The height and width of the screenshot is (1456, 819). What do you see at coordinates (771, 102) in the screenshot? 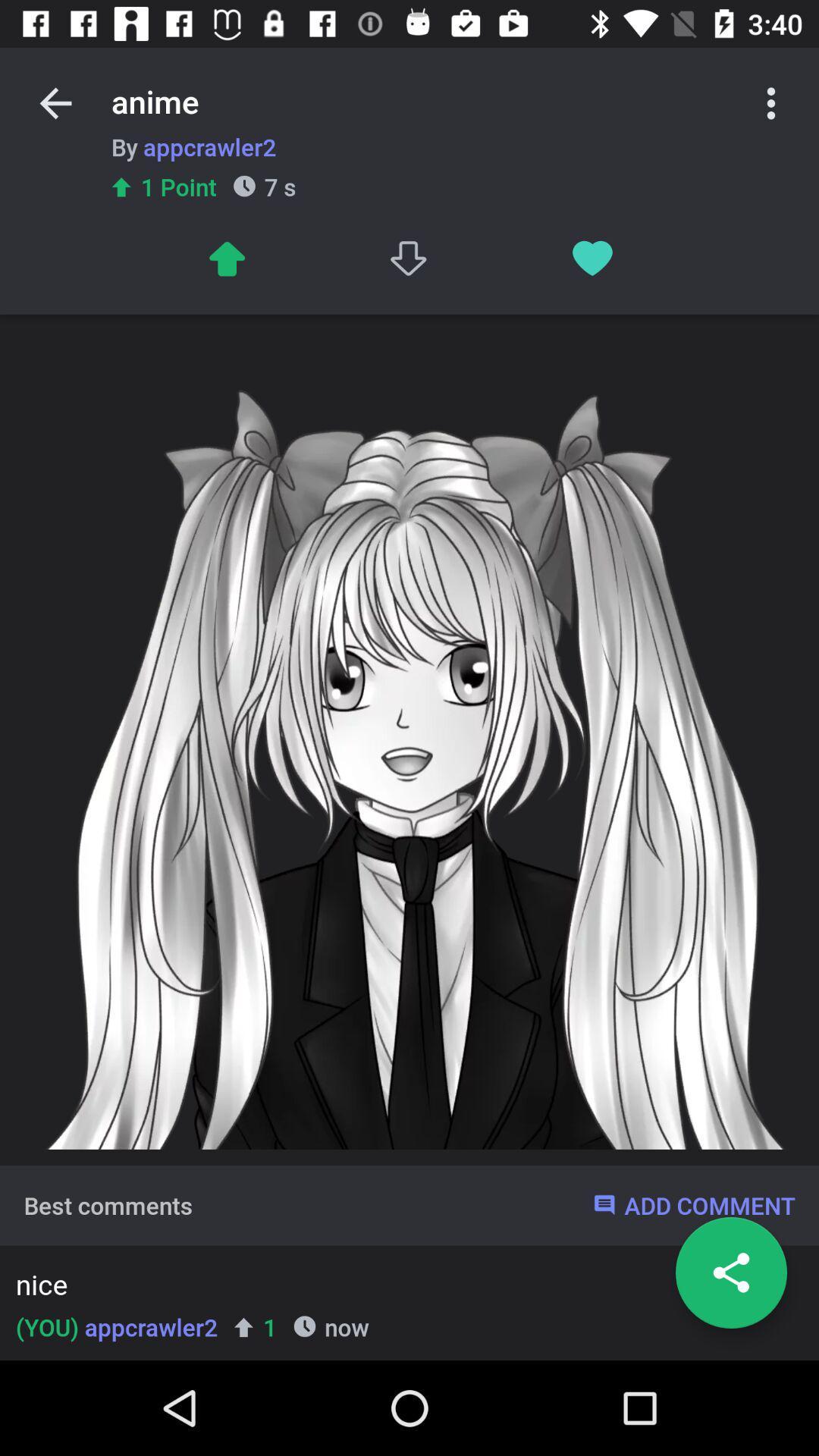
I see `the more icon` at bounding box center [771, 102].